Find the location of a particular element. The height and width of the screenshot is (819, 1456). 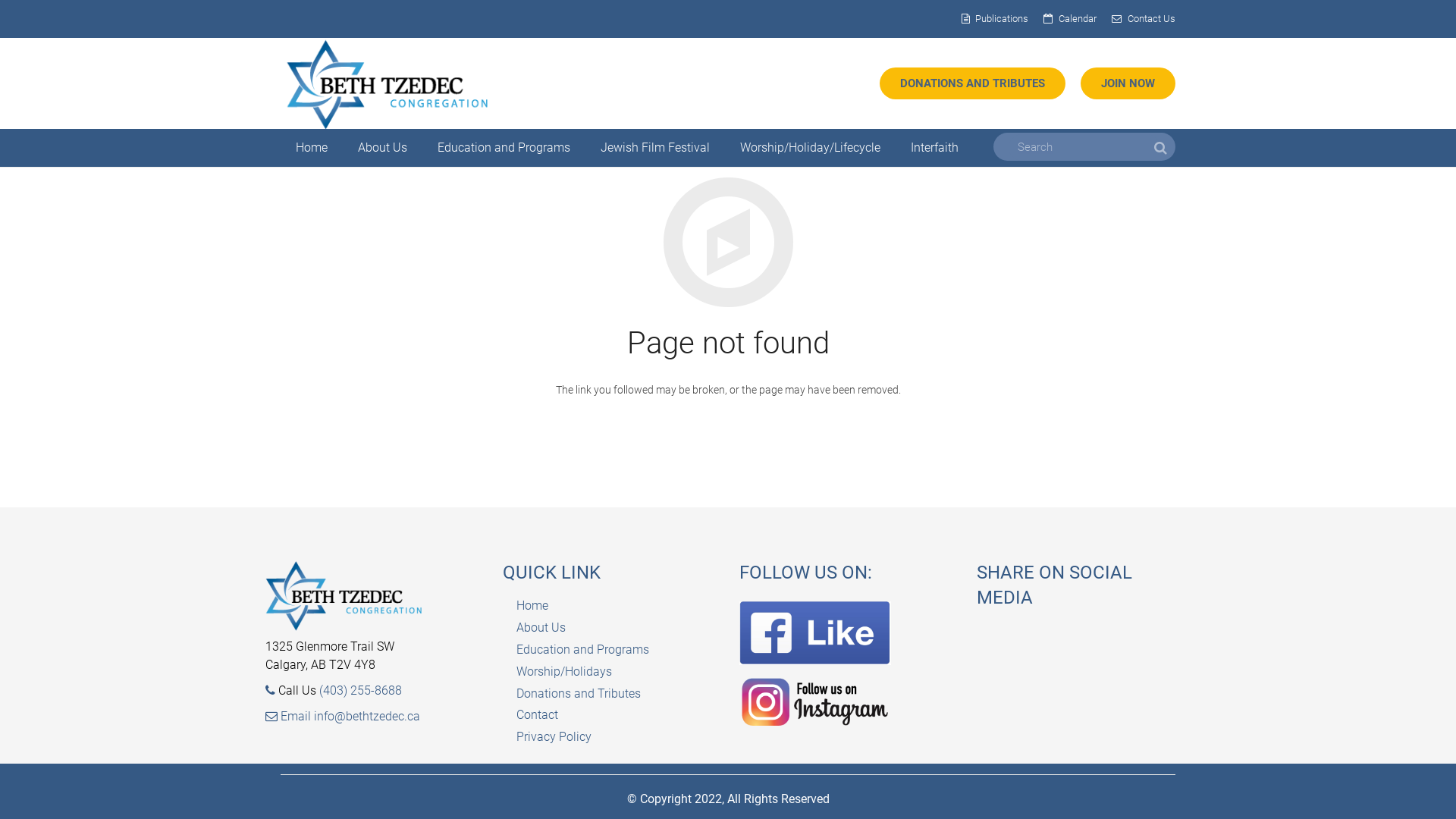

'Contact Us' is located at coordinates (1151, 18).